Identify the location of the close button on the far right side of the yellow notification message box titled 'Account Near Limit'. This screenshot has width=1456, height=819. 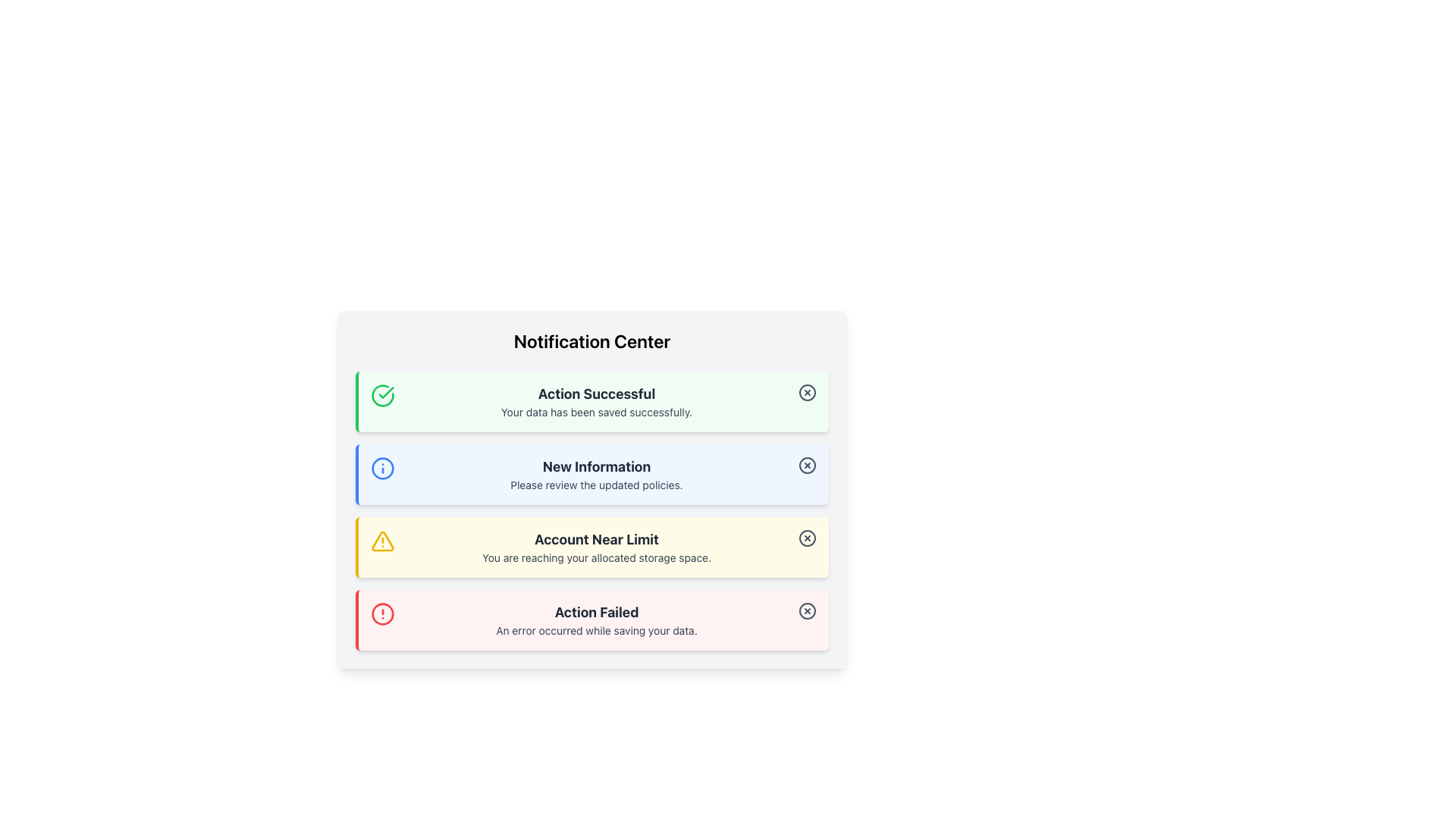
(807, 537).